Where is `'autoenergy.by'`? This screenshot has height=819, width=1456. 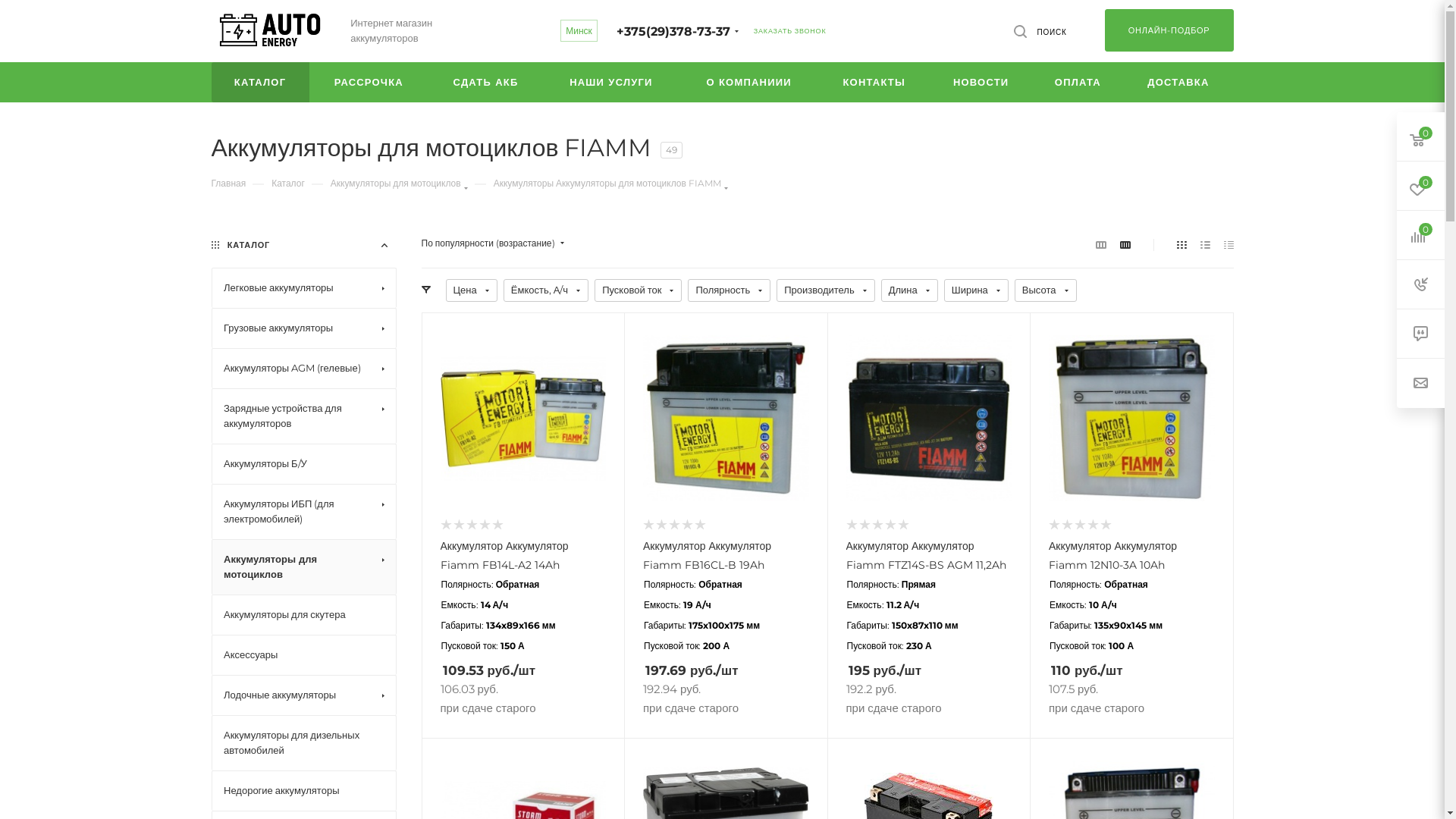 'autoenergy.by' is located at coordinates (269, 32).